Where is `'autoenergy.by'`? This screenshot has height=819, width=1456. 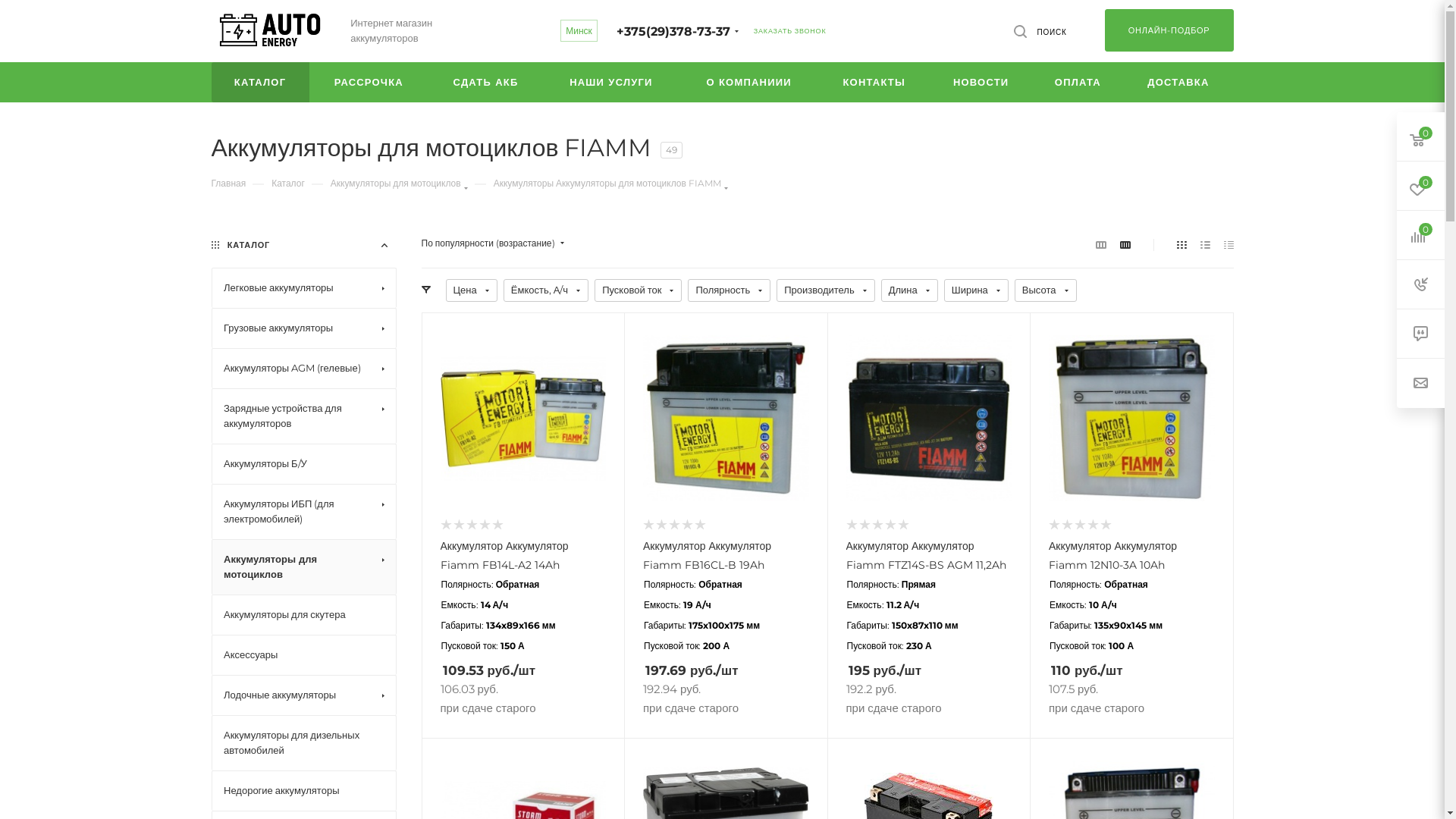 'autoenergy.by' is located at coordinates (269, 32).